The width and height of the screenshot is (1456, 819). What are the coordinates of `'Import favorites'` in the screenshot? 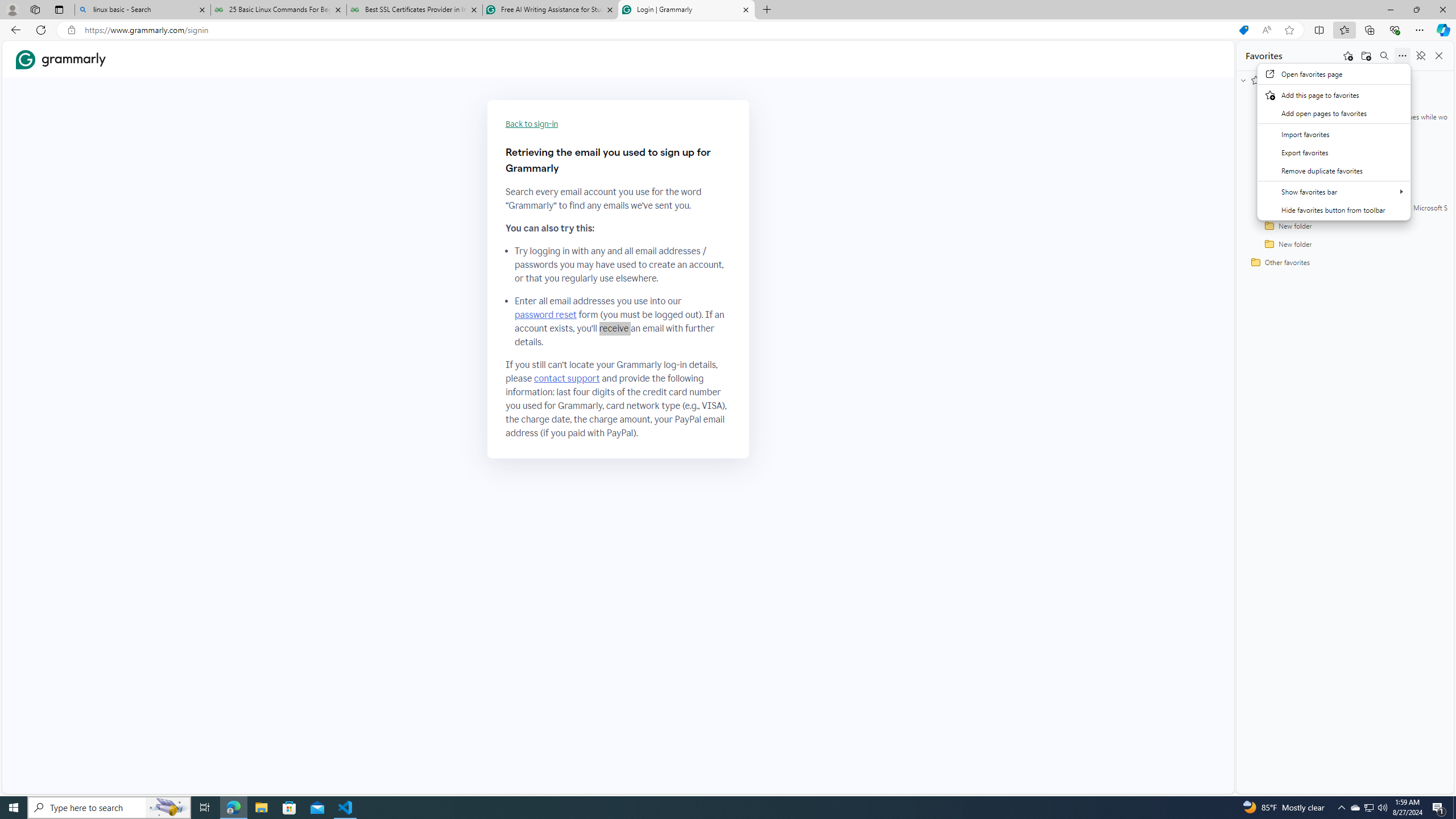 It's located at (1334, 134).